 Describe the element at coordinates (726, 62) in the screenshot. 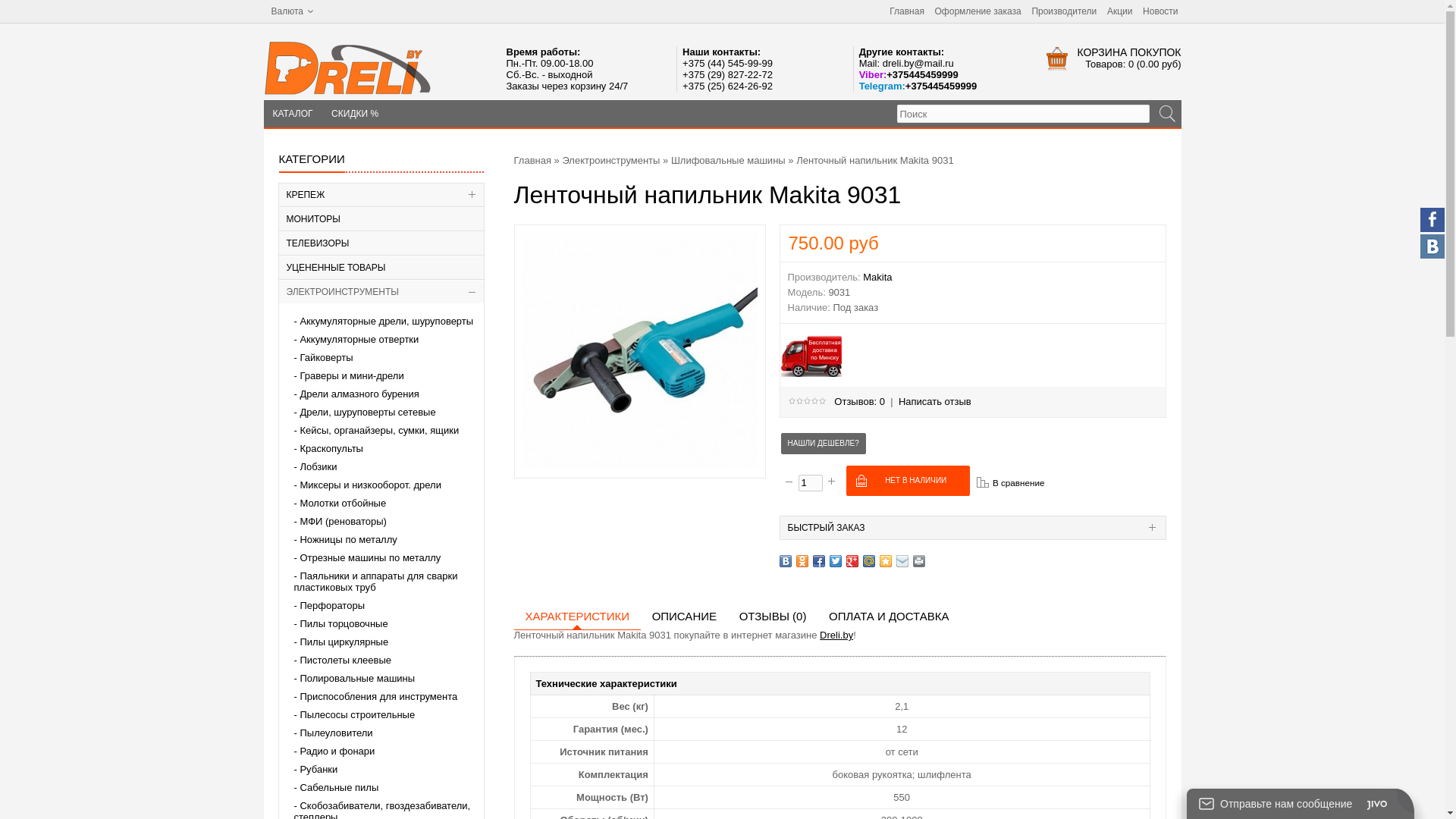

I see `'+375 (44) 545-99-99'` at that location.